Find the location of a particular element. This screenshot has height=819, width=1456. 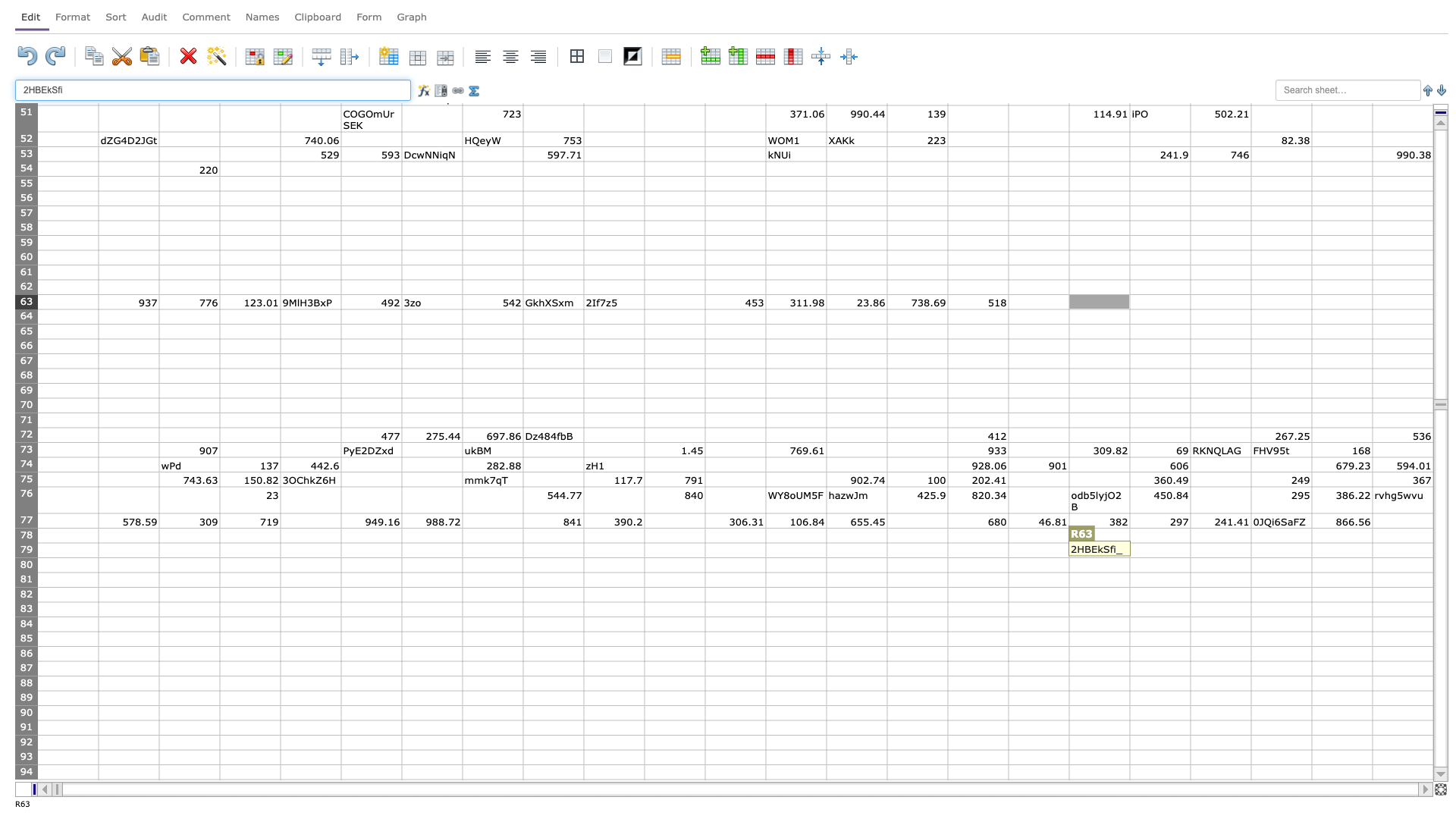

Top left of cell U79 is located at coordinates (1251, 542).